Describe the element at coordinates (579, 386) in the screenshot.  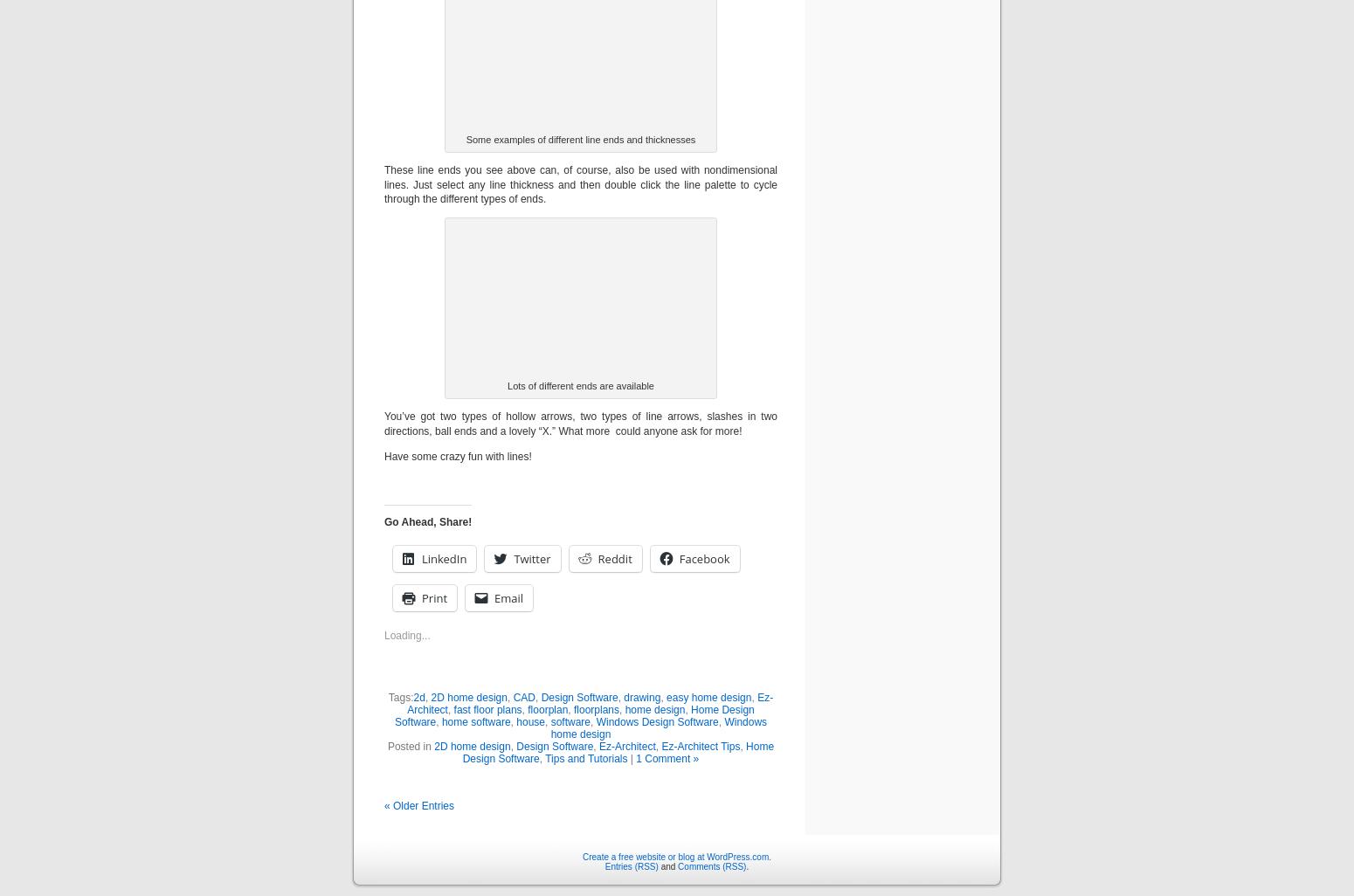
I see `'Lots of different ends are available'` at that location.